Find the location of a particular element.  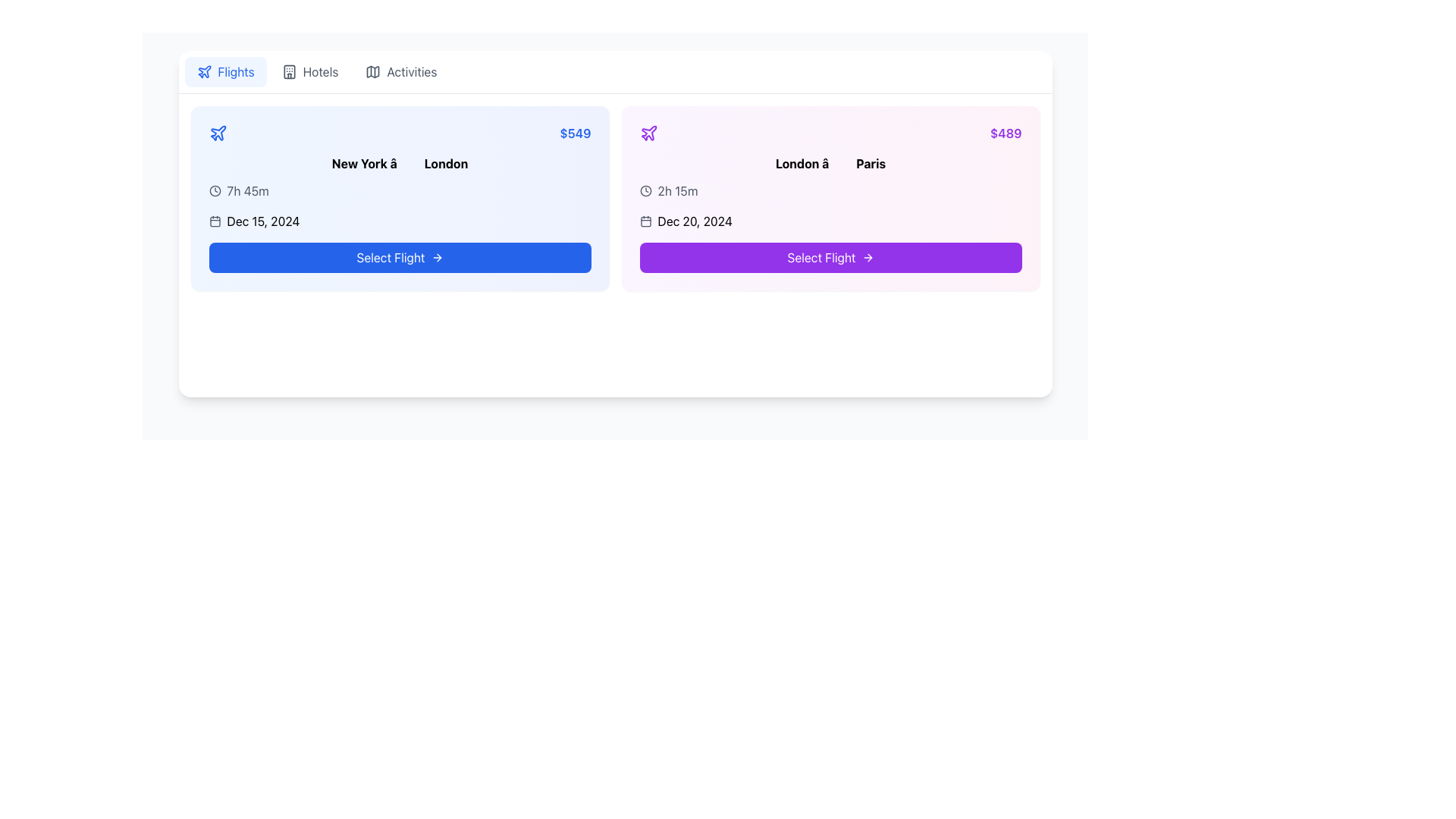

the flight icon located in the second flight offer card, which is positioned at the top-left corner adjacent to the flight route information ('London → Paris') and to the left of the pricing detail ('$489') is located at coordinates (648, 133).